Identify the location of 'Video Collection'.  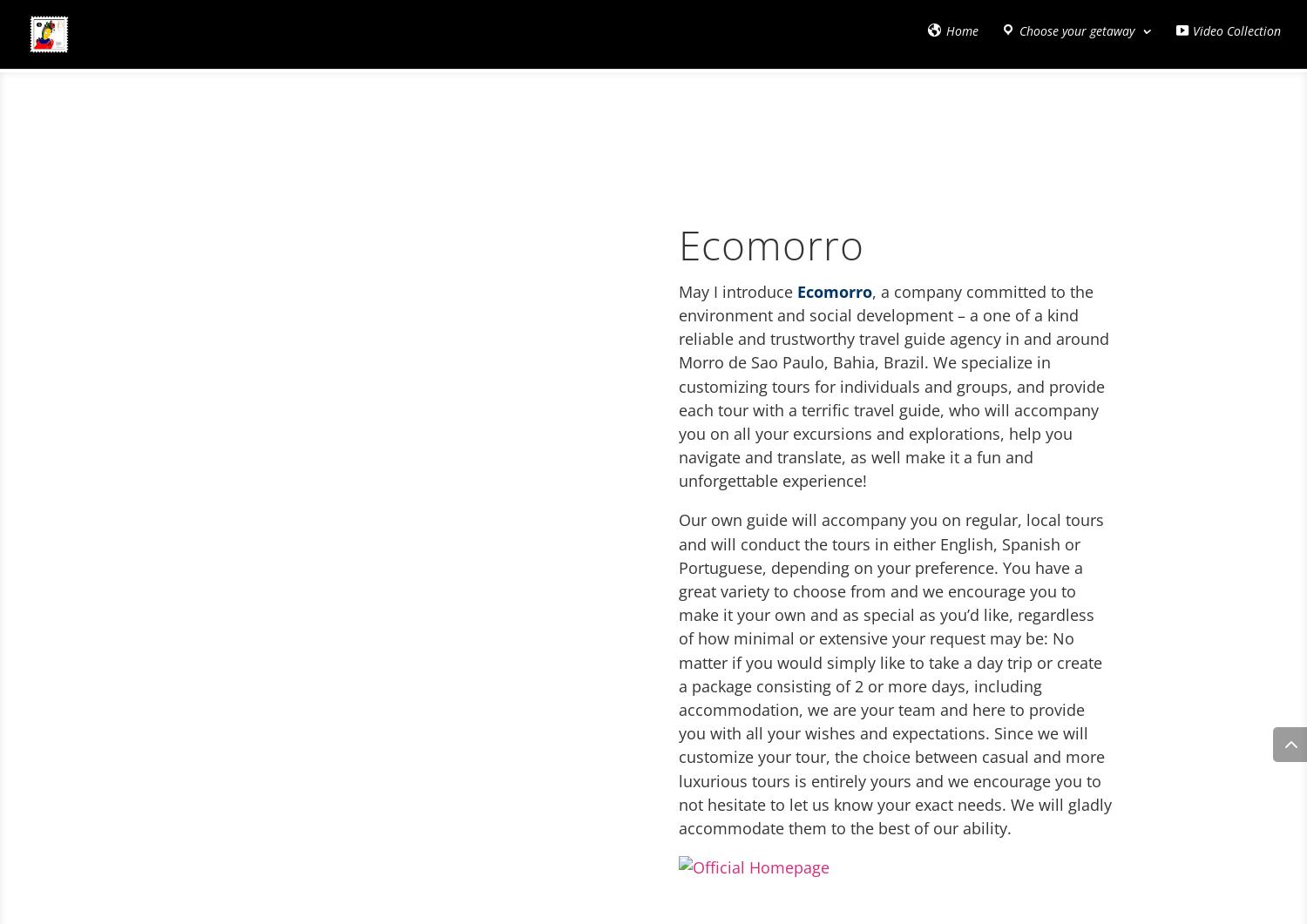
(1236, 36).